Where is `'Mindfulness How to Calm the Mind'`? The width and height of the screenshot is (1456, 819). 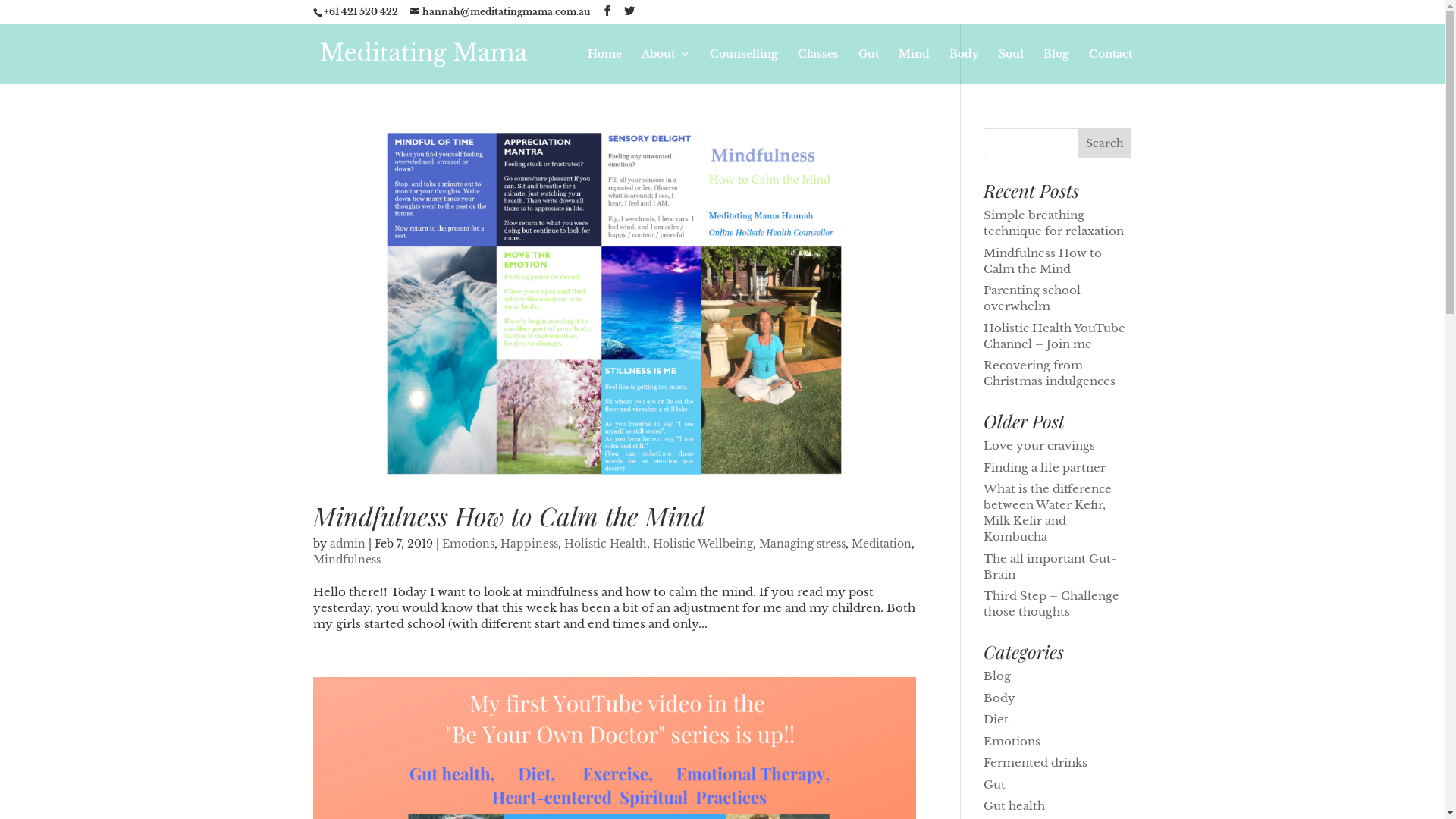 'Mindfulness How to Calm the Mind' is located at coordinates (1041, 259).